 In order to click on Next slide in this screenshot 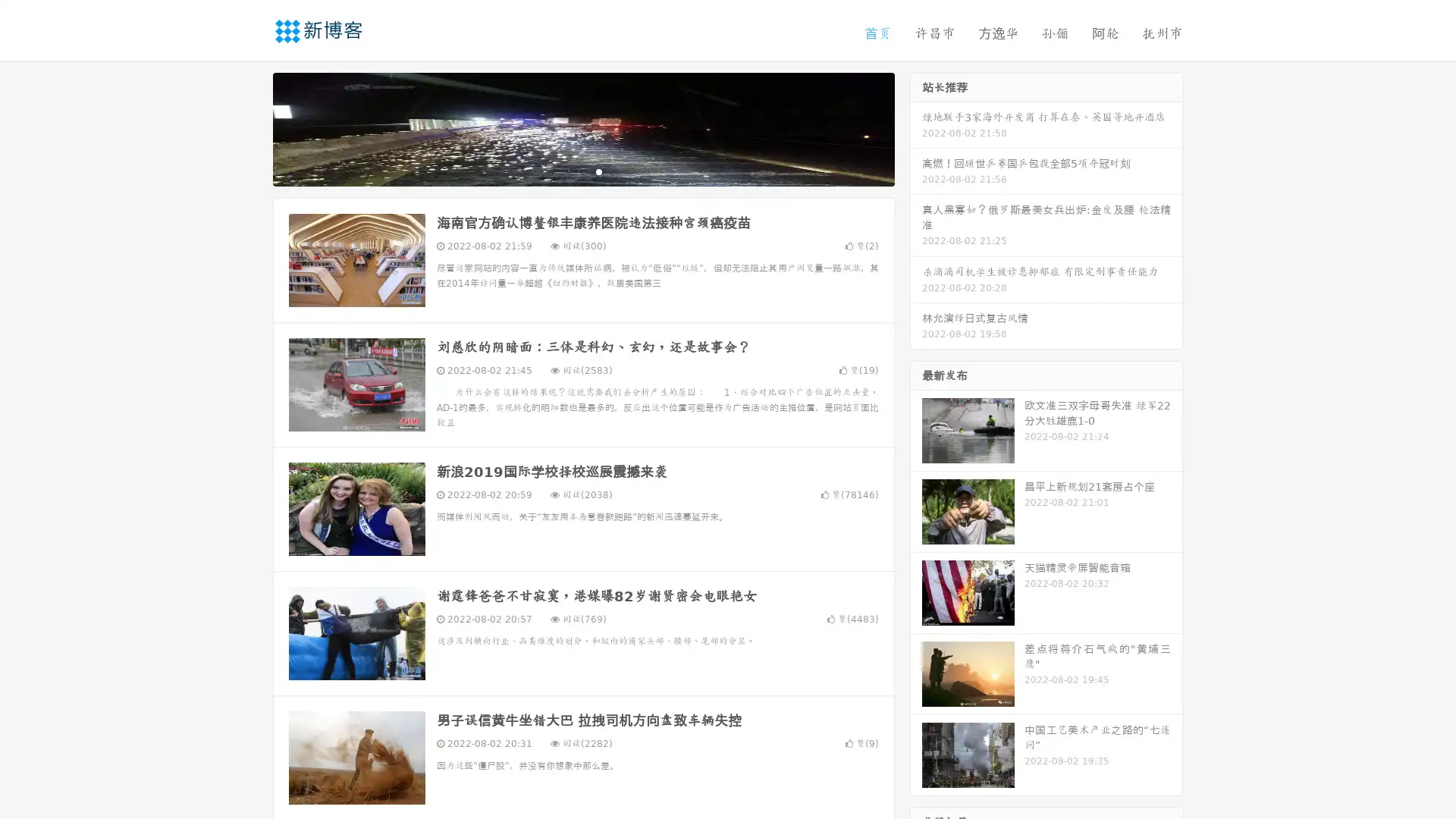, I will do `click(916, 127)`.